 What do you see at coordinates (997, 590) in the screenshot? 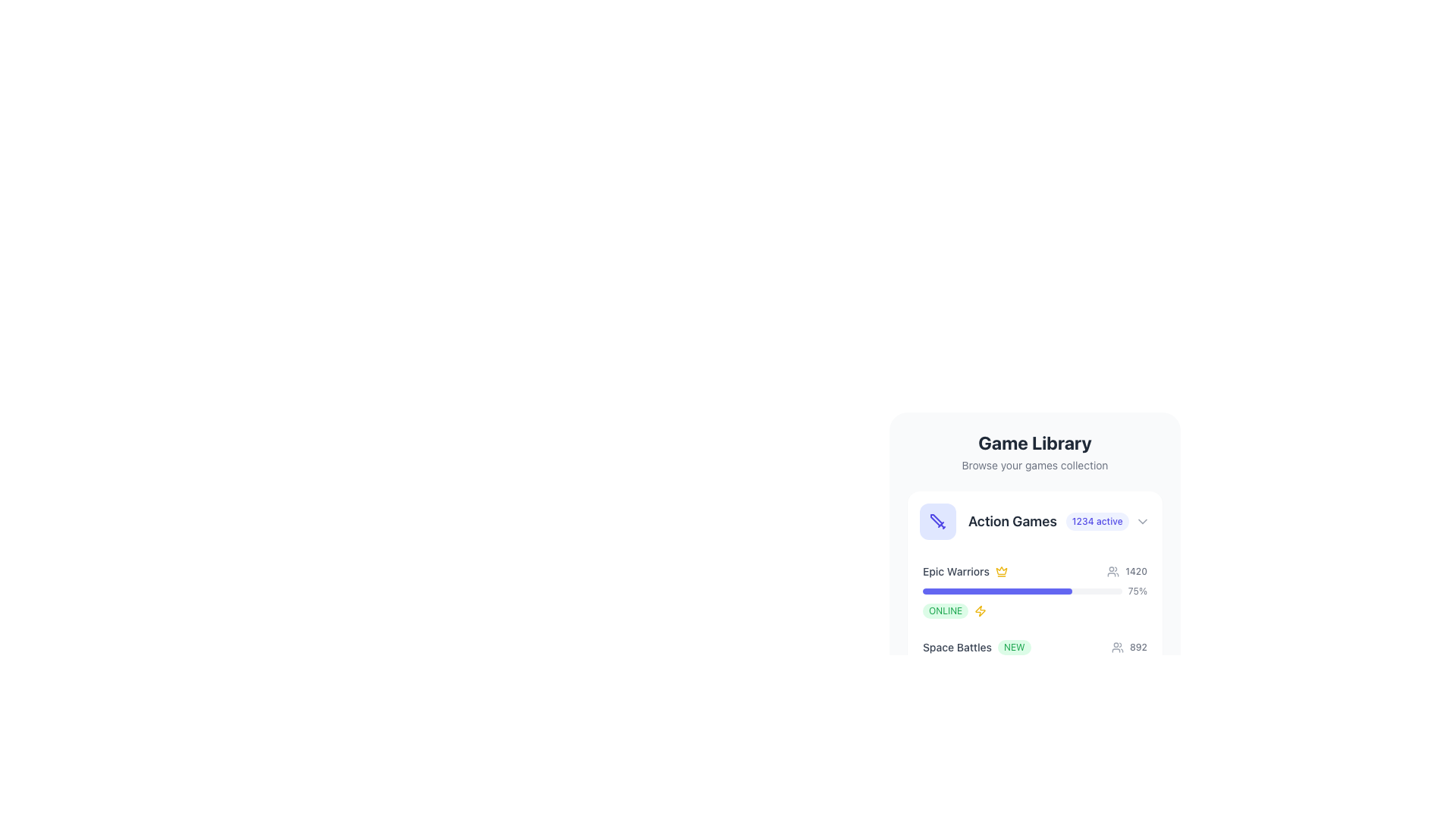
I see `the horizontal, rectangular progress bar with indigo background that indicates a percentage of completion, positioned below the text 'Epic Warriors' and aligned with the numerical indicator '75%'` at bounding box center [997, 590].